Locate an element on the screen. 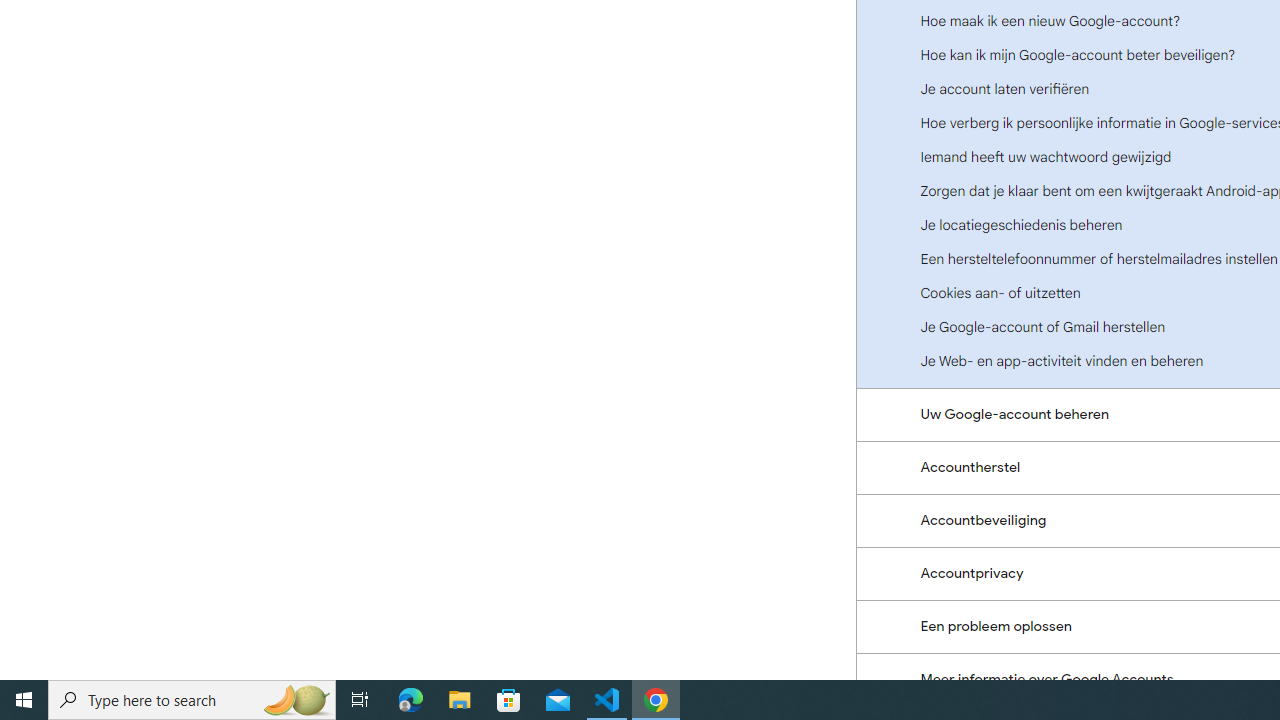  'Search highlights icon opens search home window' is located at coordinates (294, 698).